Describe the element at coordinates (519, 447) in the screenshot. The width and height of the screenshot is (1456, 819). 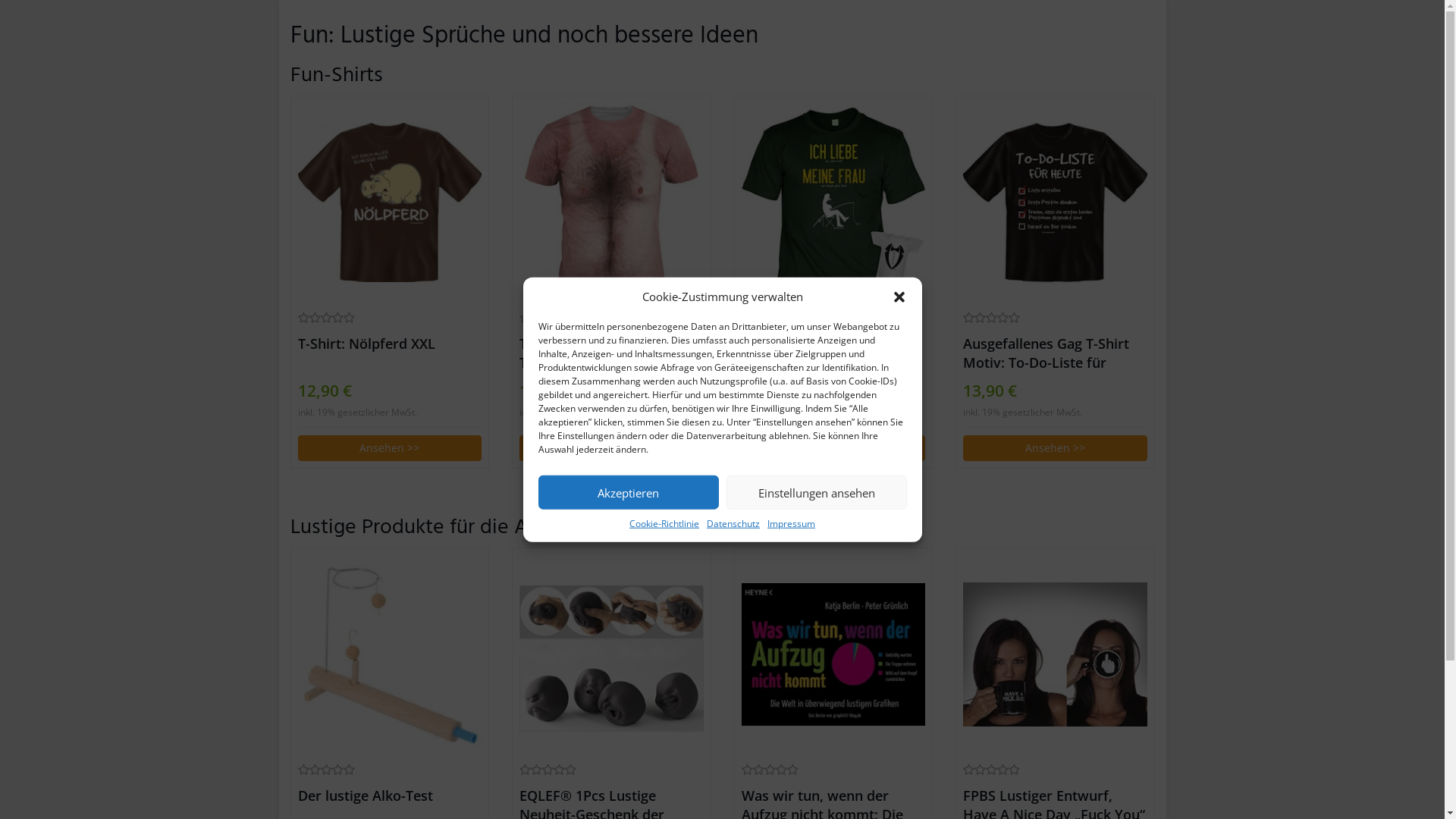
I see `'Ansehen >>'` at that location.